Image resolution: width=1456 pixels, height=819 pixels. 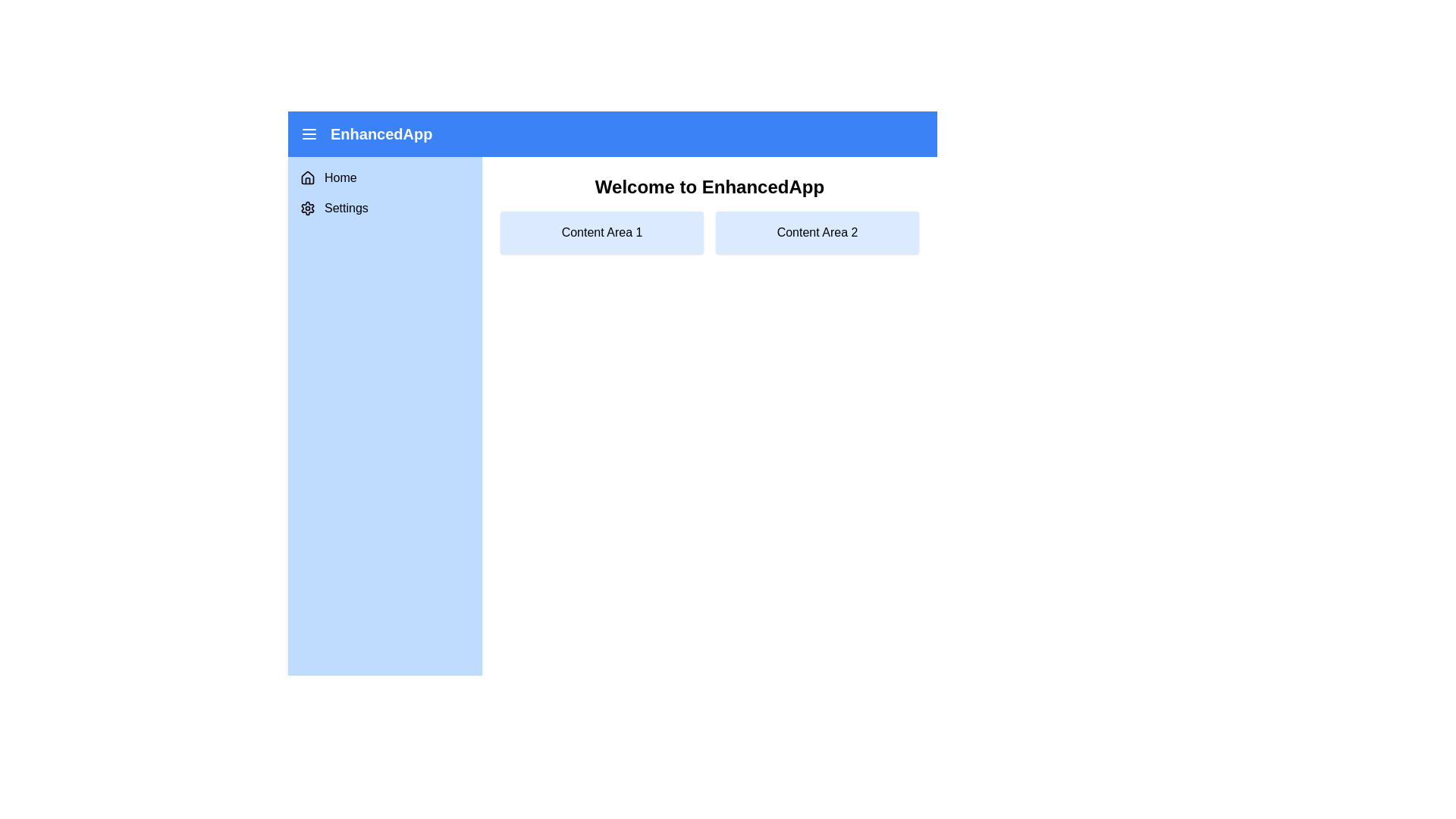 What do you see at coordinates (340, 177) in the screenshot?
I see `'Home' navigation text label in the left-side navigation panel, which is the first text entry below the application header and adjacent to the house icon` at bounding box center [340, 177].